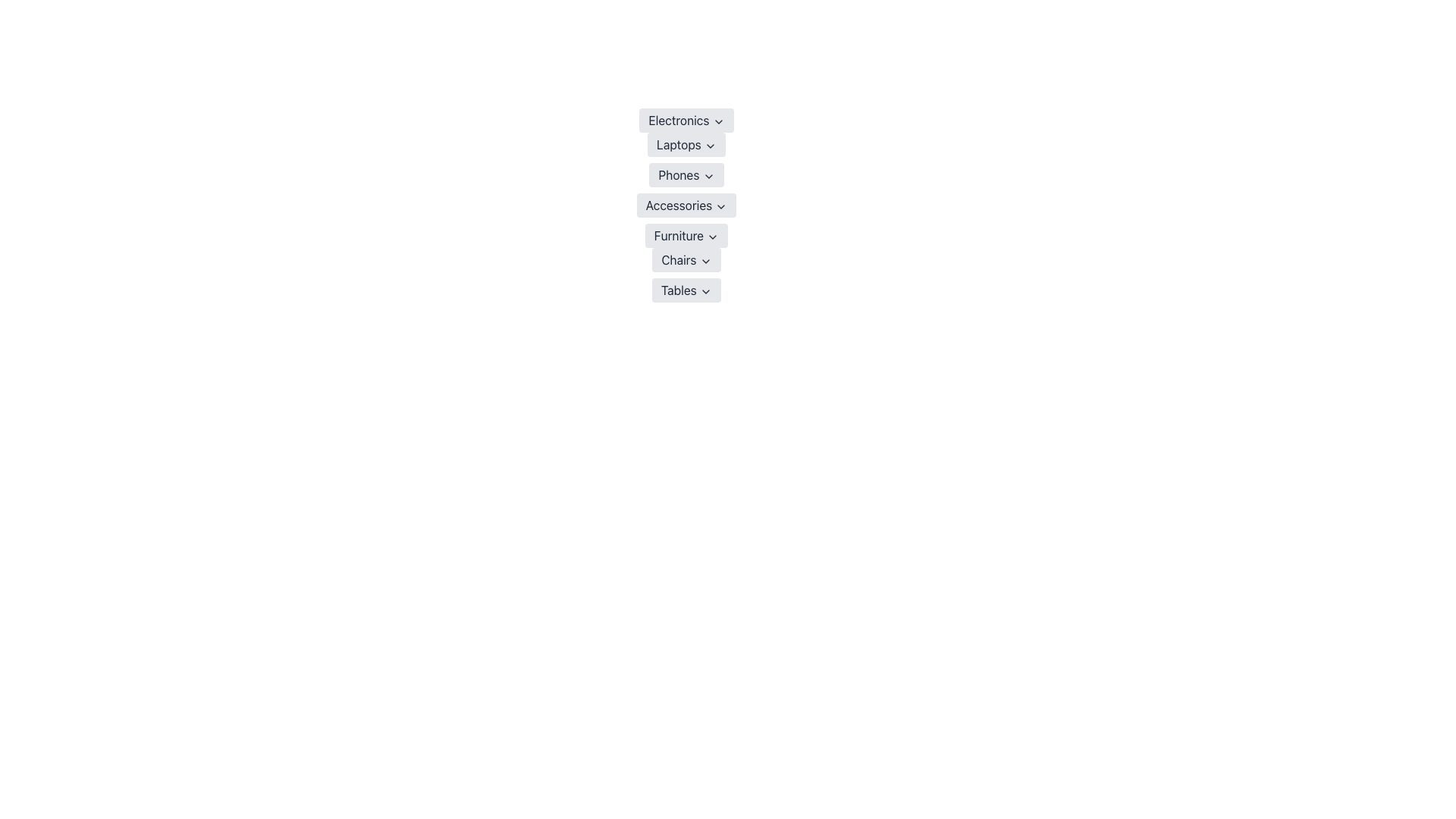 This screenshot has height=819, width=1456. I want to click on the 'Accessories' button, which is the fourth button in a vertical list, so click(686, 205).